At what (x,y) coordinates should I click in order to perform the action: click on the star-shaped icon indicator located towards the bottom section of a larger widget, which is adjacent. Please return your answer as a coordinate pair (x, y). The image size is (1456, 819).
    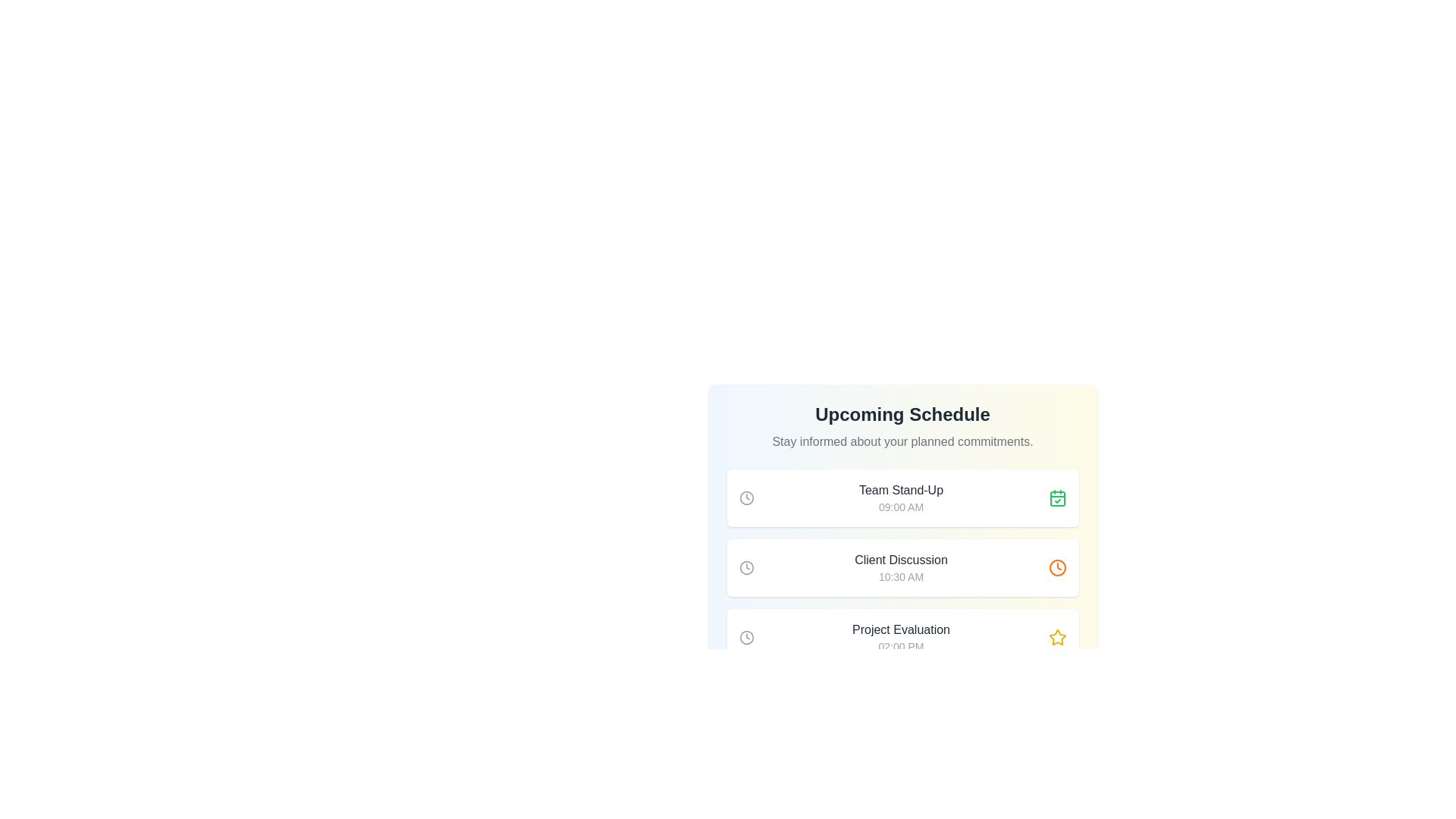
    Looking at the image, I should click on (1056, 637).